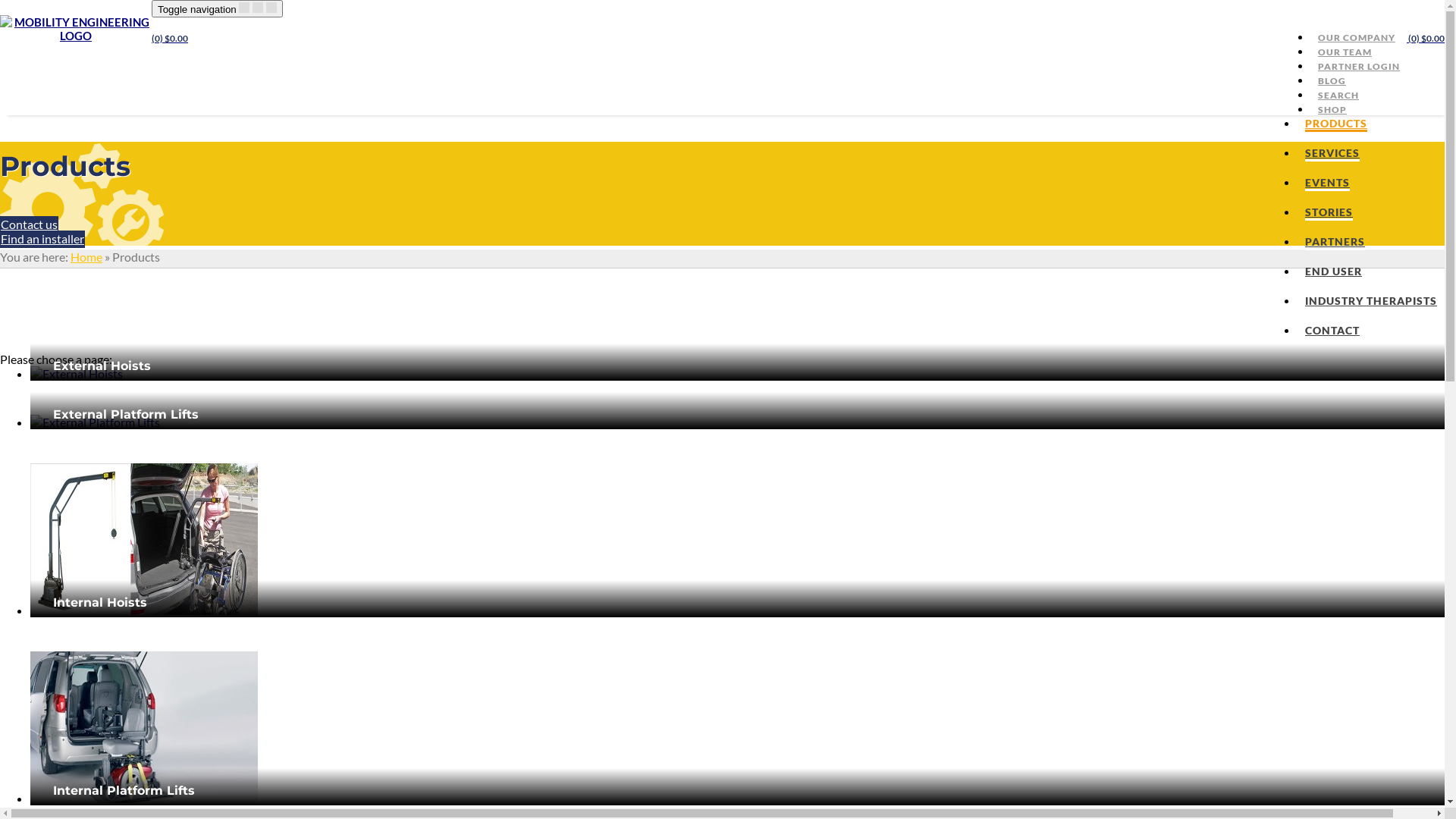 This screenshot has height=819, width=1456. What do you see at coordinates (1358, 65) in the screenshot?
I see `'PARTNER LOGIN'` at bounding box center [1358, 65].